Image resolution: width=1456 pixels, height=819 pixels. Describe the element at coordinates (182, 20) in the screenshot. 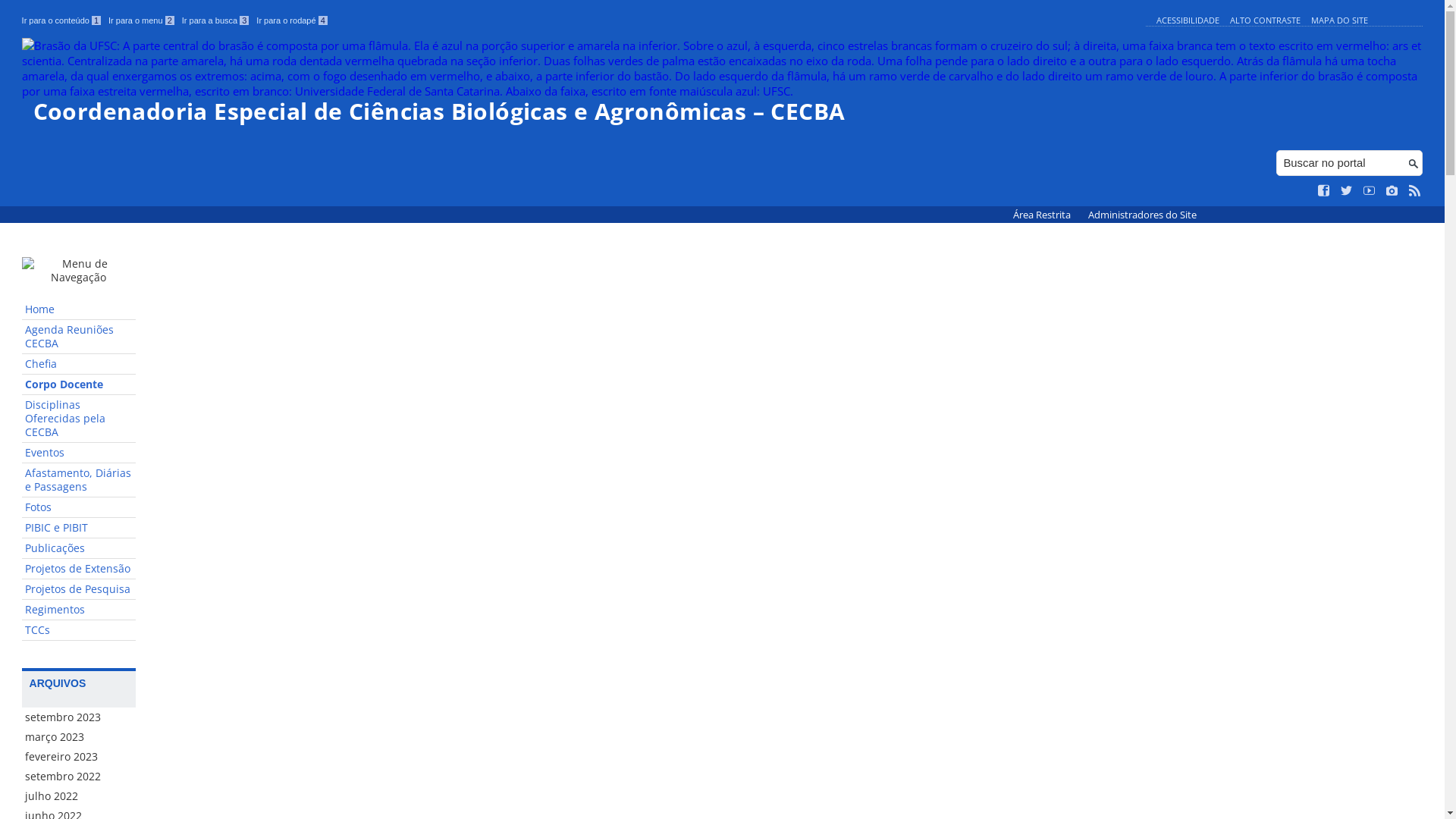

I see `'Ir para a busca 3'` at that location.